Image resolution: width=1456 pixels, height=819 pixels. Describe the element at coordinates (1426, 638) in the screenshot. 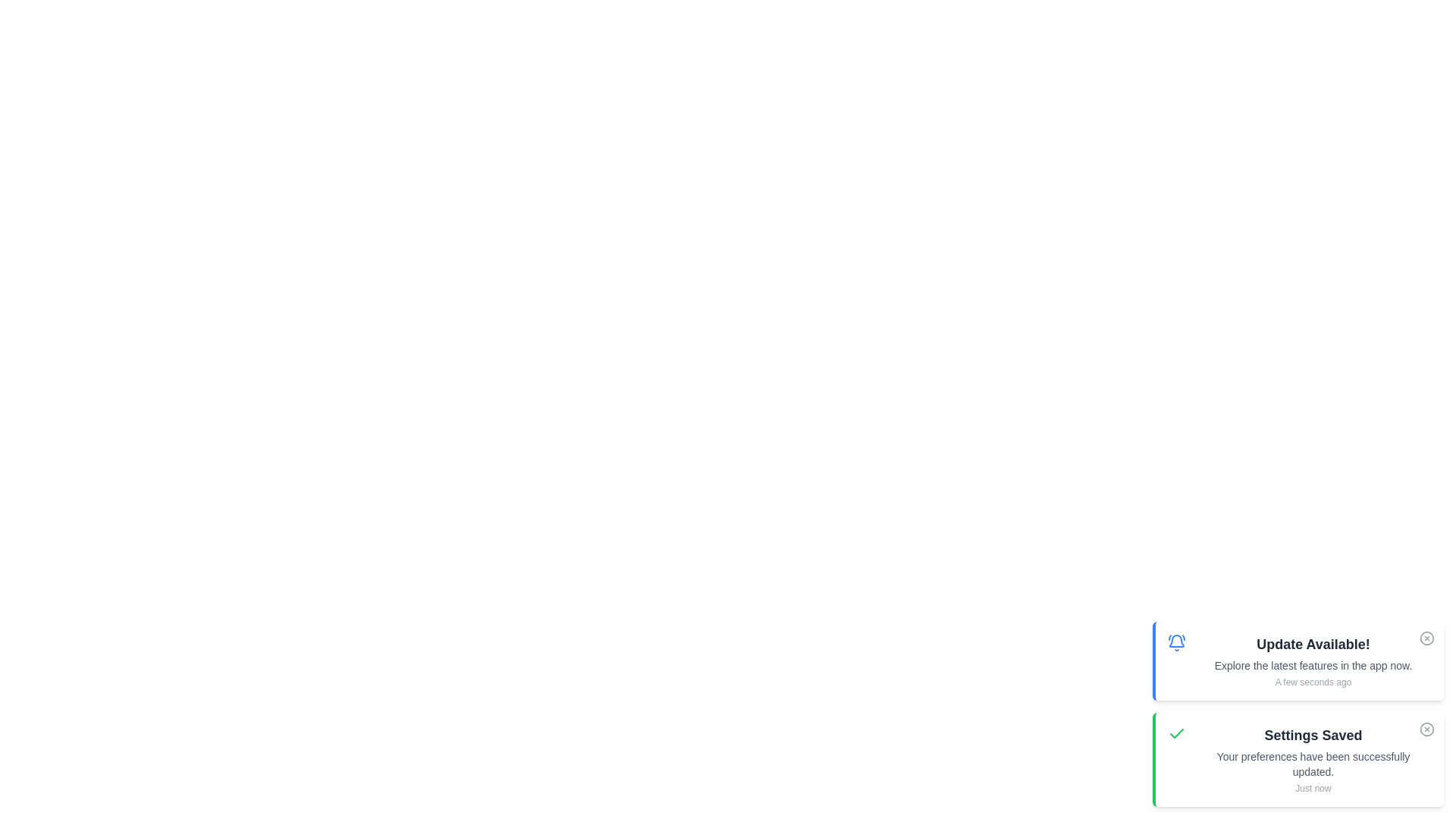

I see `the close button of the first notification` at that location.